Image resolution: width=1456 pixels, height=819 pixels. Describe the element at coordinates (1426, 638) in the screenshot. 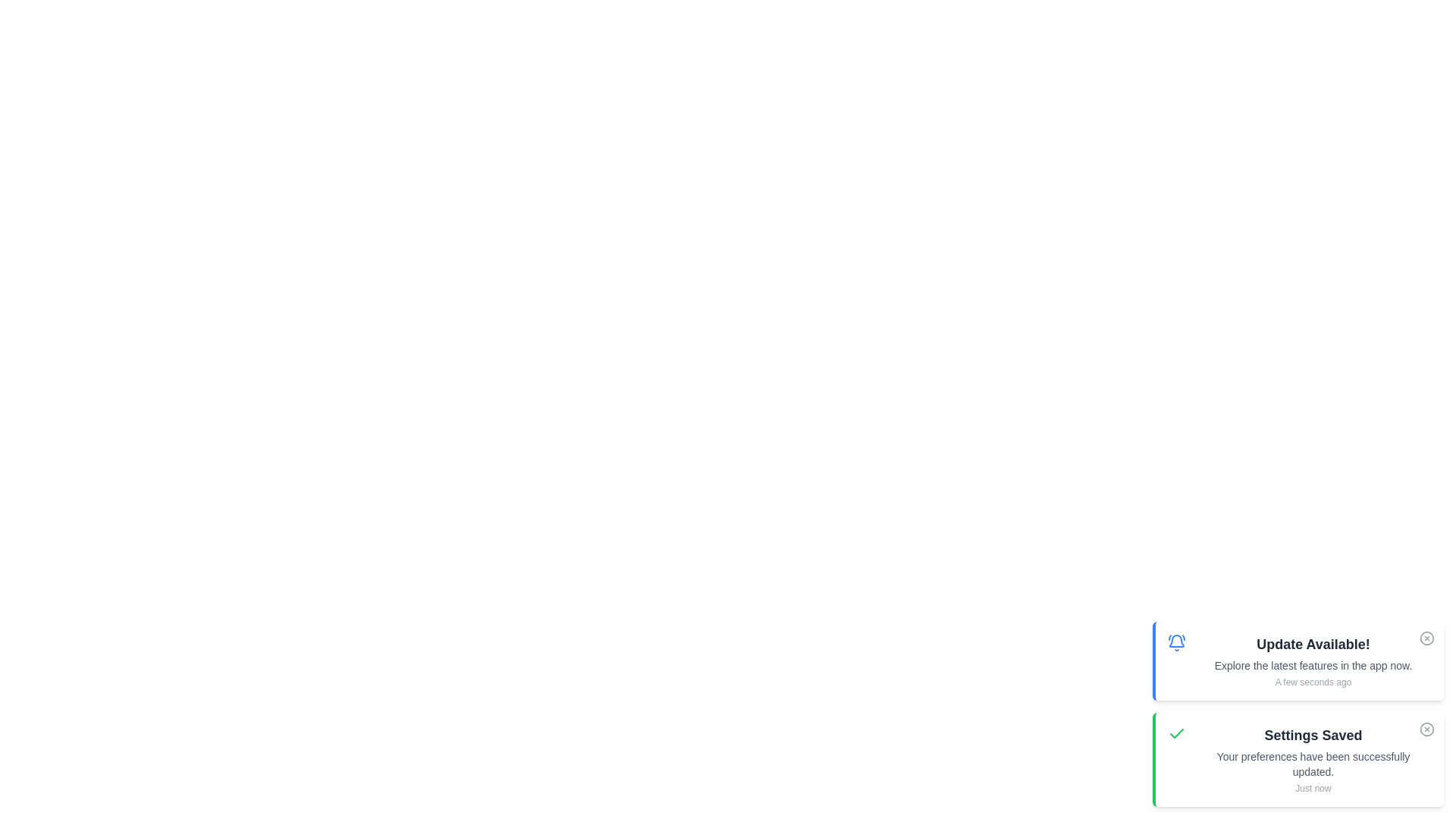

I see `the close button of the first notification` at that location.